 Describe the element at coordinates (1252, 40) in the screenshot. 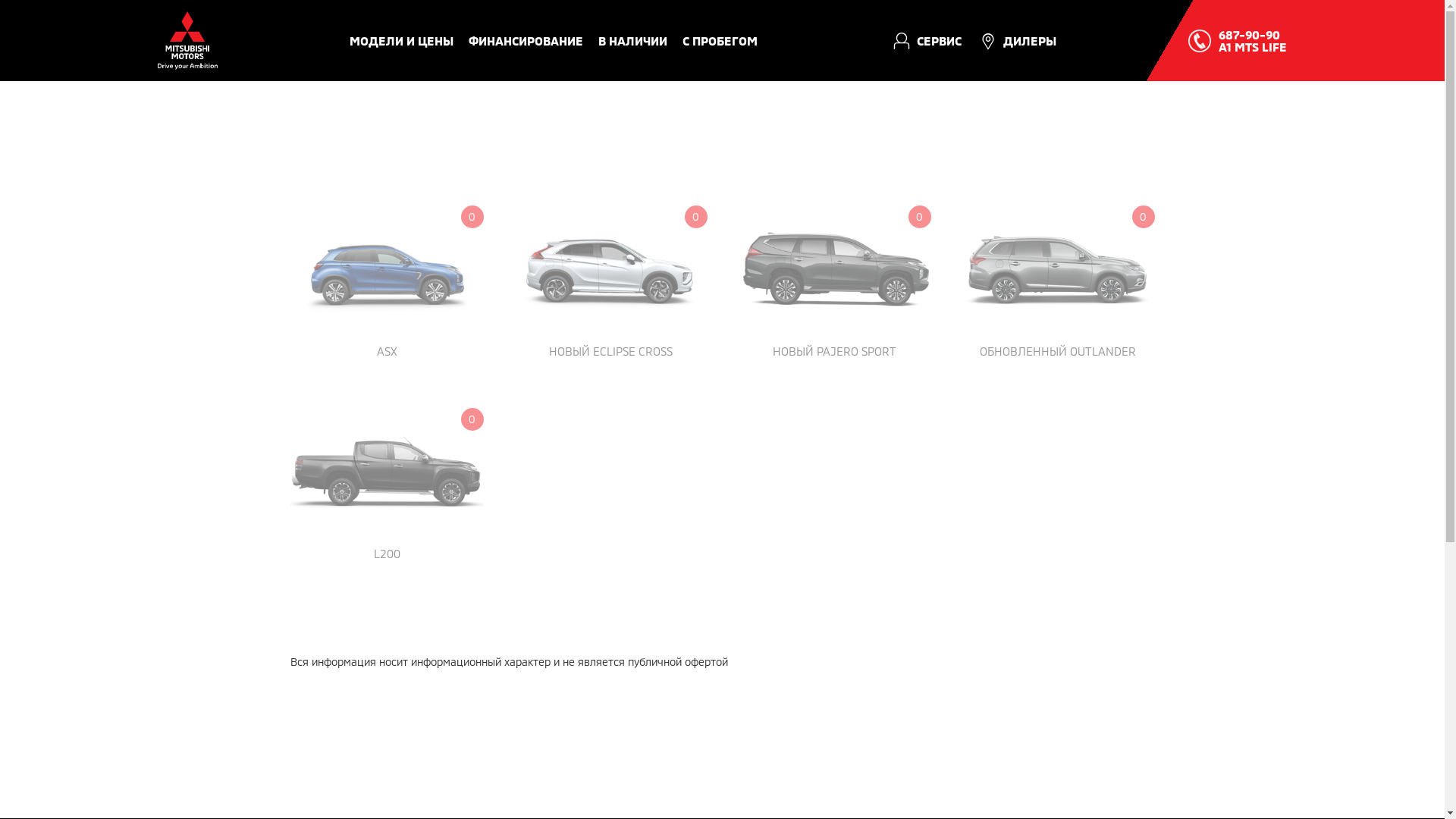

I see `'687-90-90` at that location.